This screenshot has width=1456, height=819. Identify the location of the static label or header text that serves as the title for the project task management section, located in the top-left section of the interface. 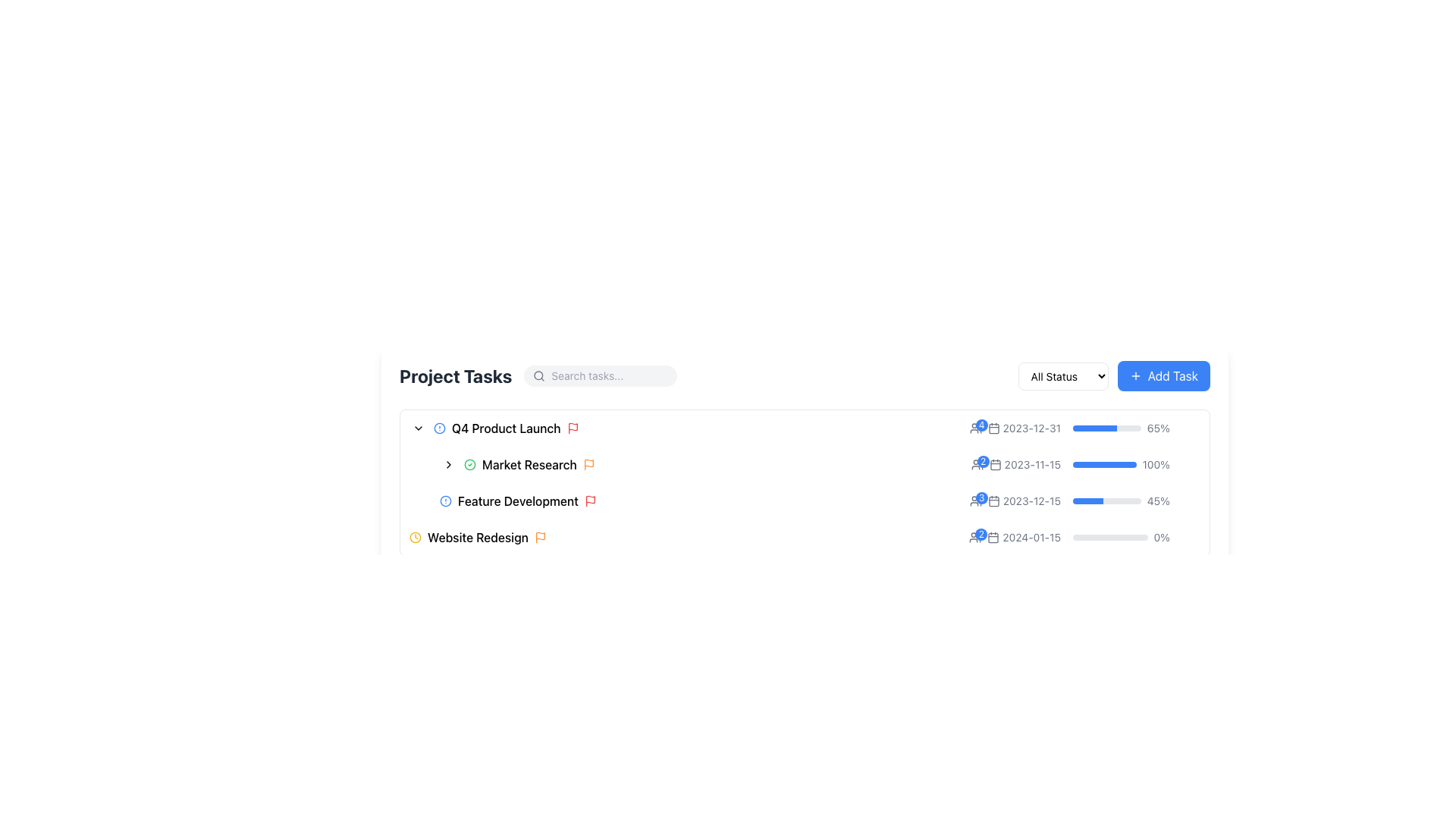
(455, 375).